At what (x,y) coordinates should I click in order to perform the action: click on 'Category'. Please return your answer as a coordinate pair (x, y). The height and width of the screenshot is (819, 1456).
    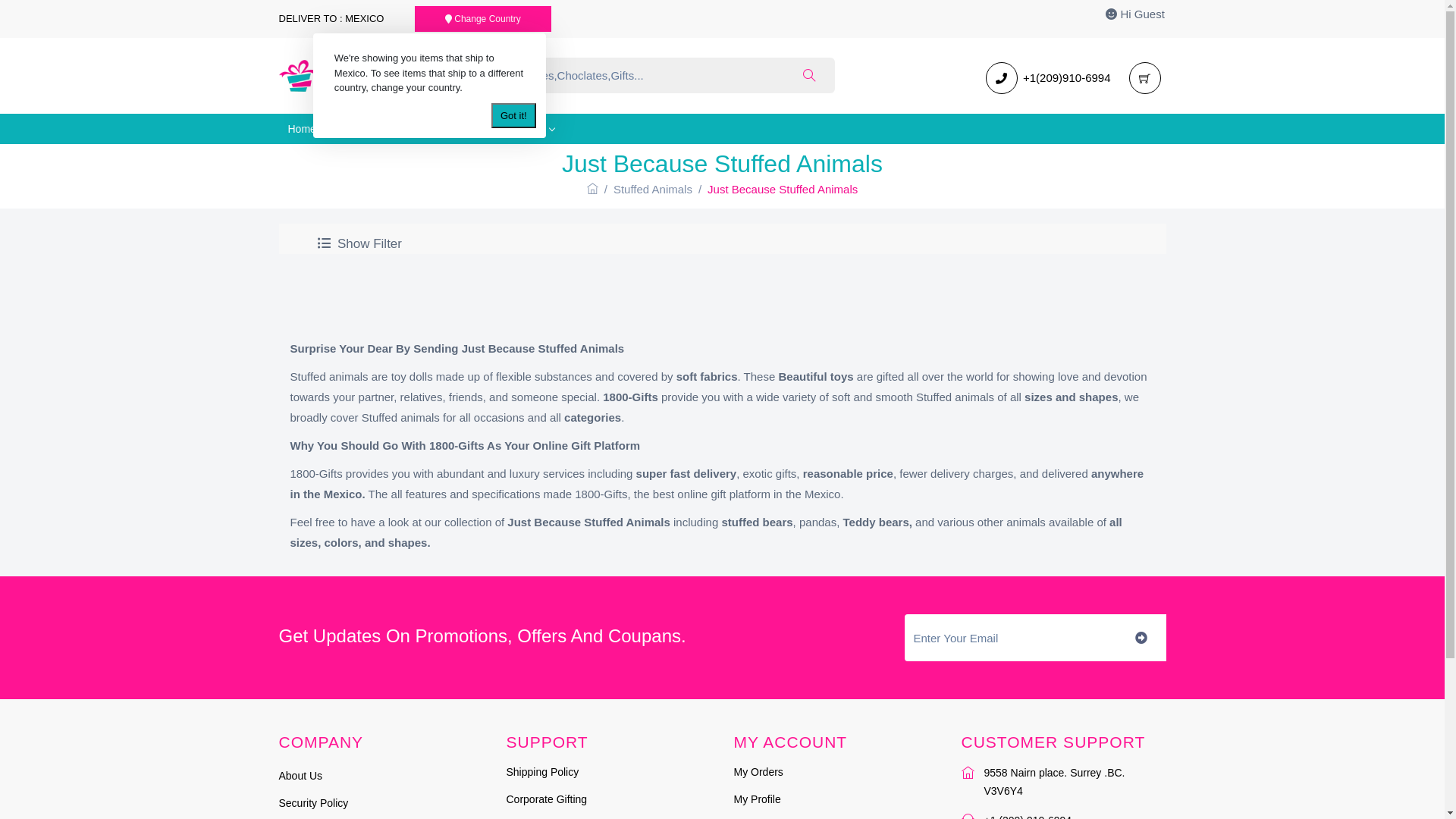
    Looking at the image, I should click on (492, 127).